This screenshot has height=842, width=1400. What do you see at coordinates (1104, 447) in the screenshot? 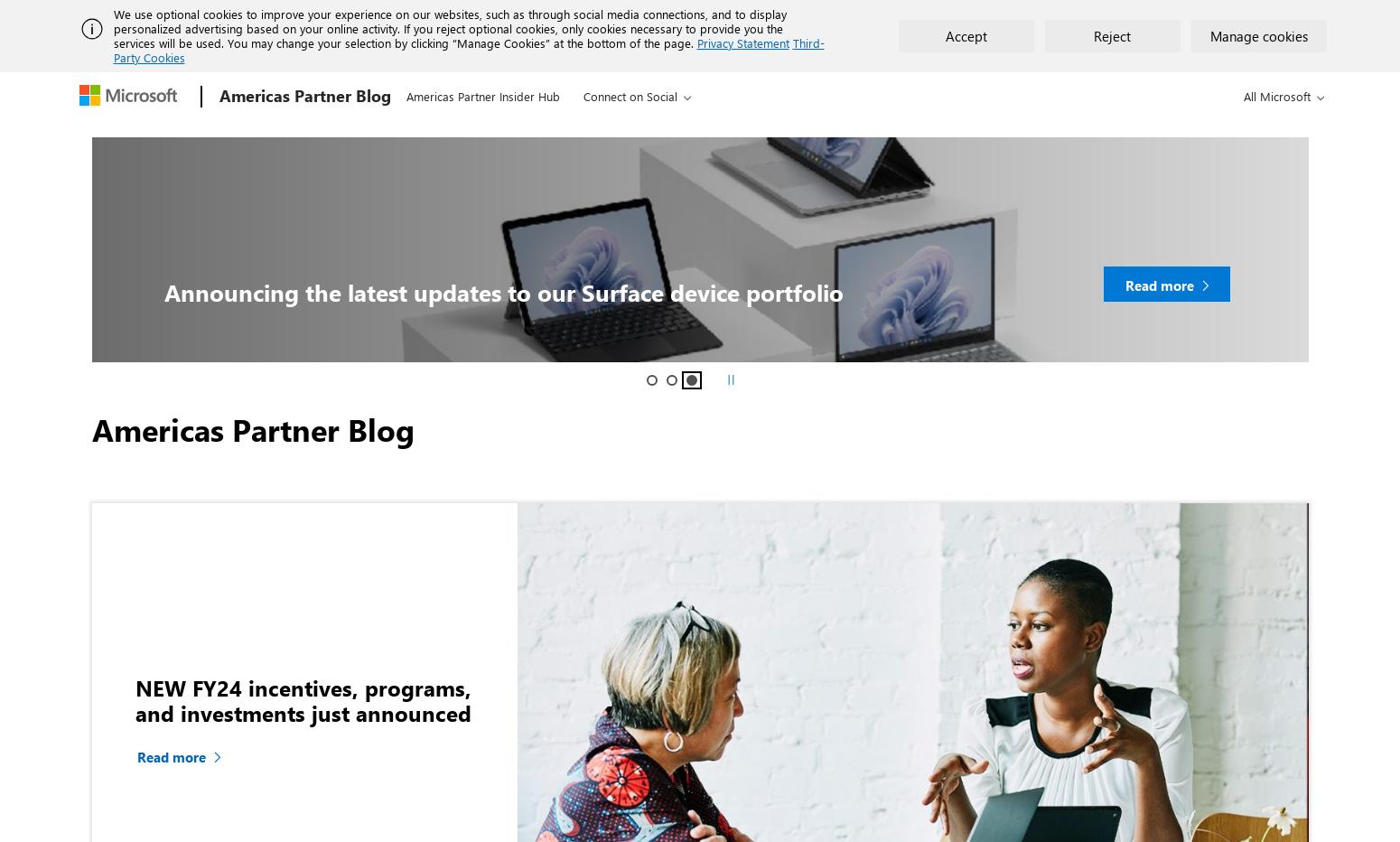
I see `'Partner Audience: CSP, ISV'` at bounding box center [1104, 447].